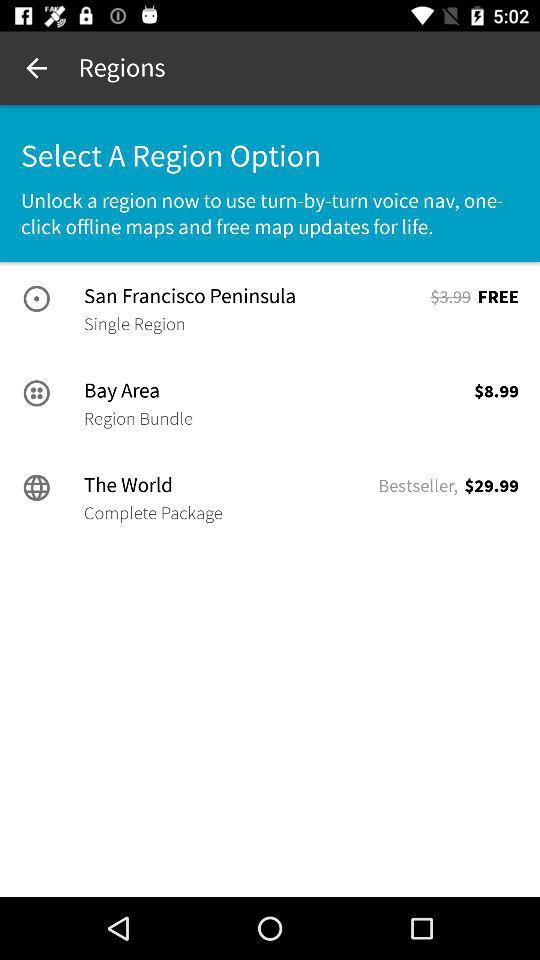 Image resolution: width=540 pixels, height=960 pixels. Describe the element at coordinates (417, 485) in the screenshot. I see `the icon next to the world item` at that location.